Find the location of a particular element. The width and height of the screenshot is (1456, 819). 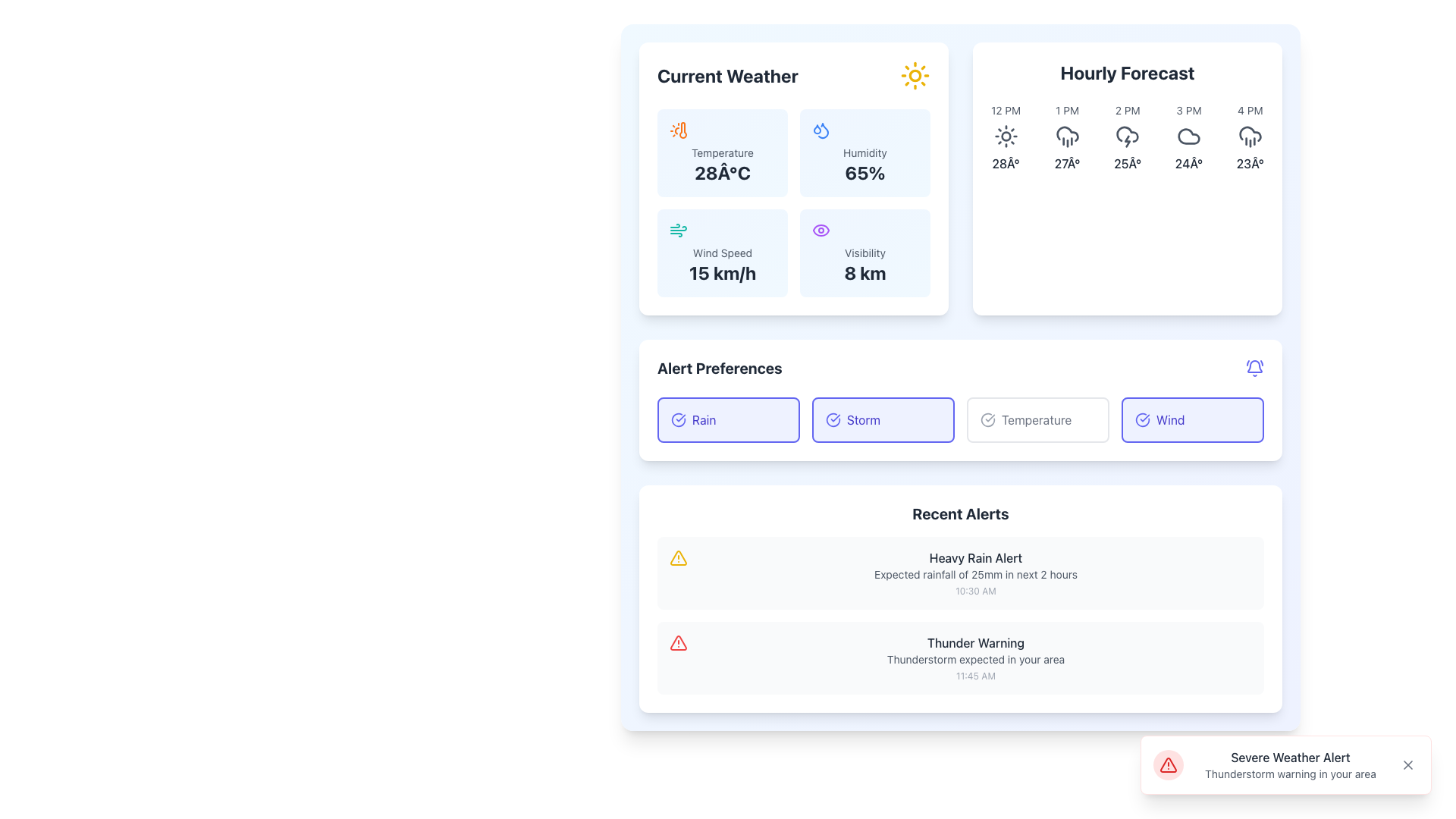

the centered filled circle of the sun icon located at the top-right of the 'Current Weather' section, which visually represents sunny weather conditions is located at coordinates (1006, 136).